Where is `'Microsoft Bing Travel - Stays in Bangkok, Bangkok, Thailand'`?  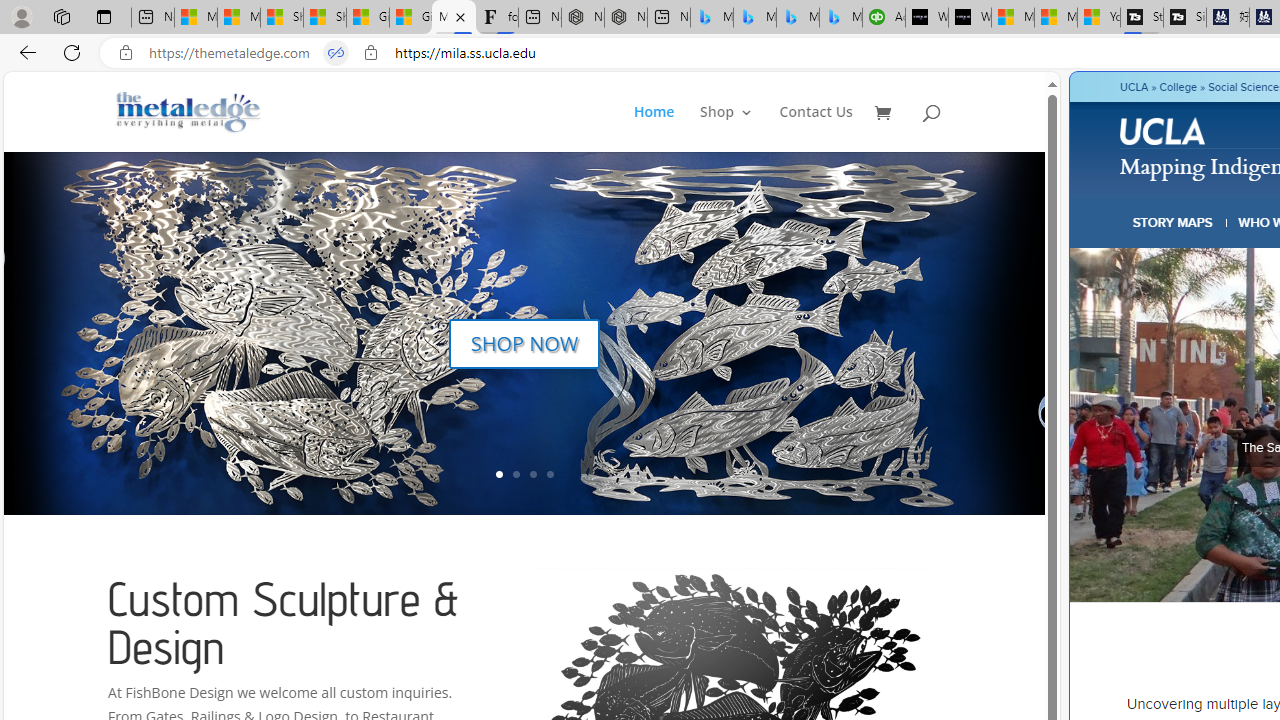
'Microsoft Bing Travel - Stays in Bangkok, Bangkok, Thailand' is located at coordinates (753, 17).